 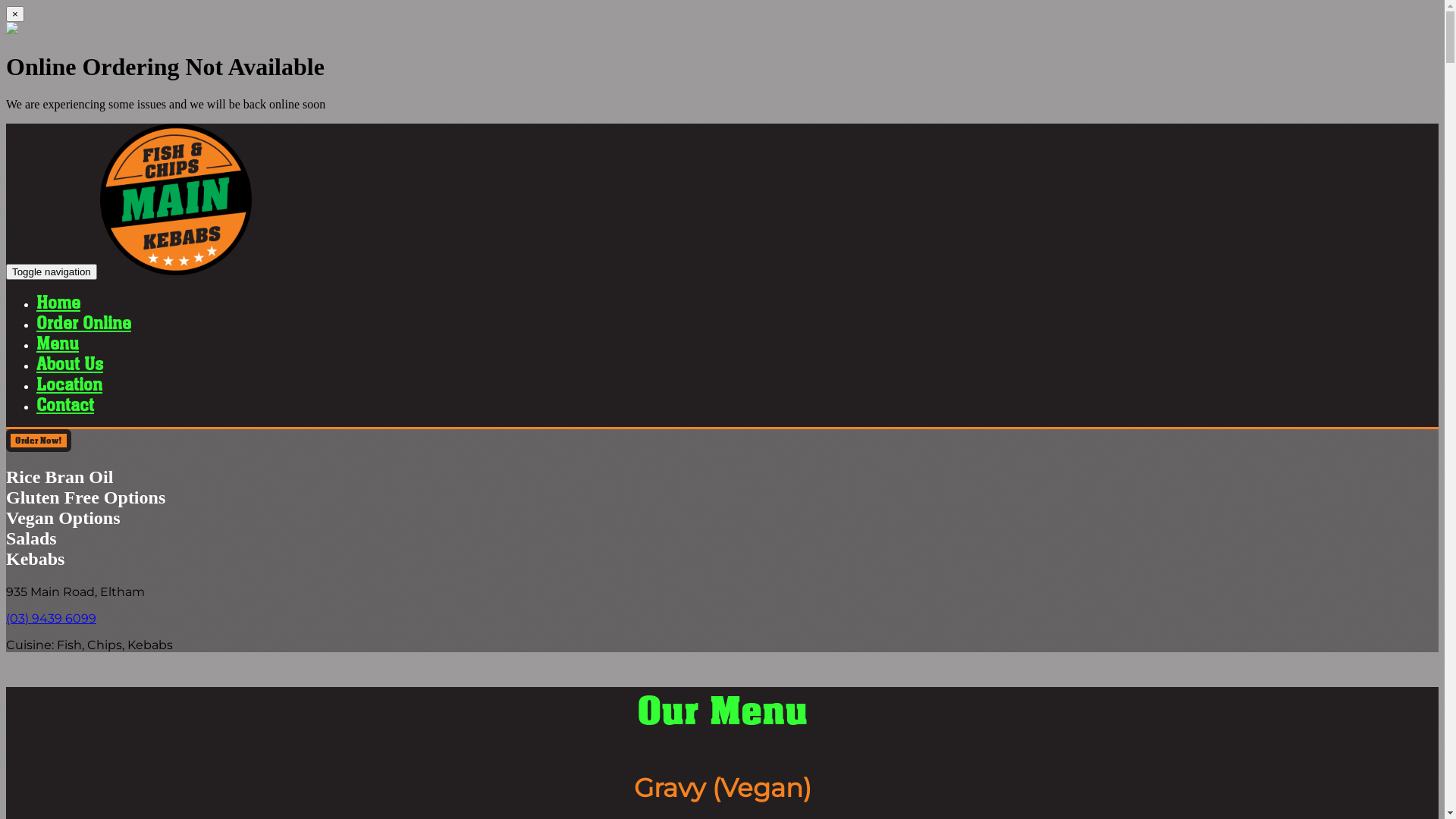 What do you see at coordinates (68, 363) in the screenshot?
I see `'About Us'` at bounding box center [68, 363].